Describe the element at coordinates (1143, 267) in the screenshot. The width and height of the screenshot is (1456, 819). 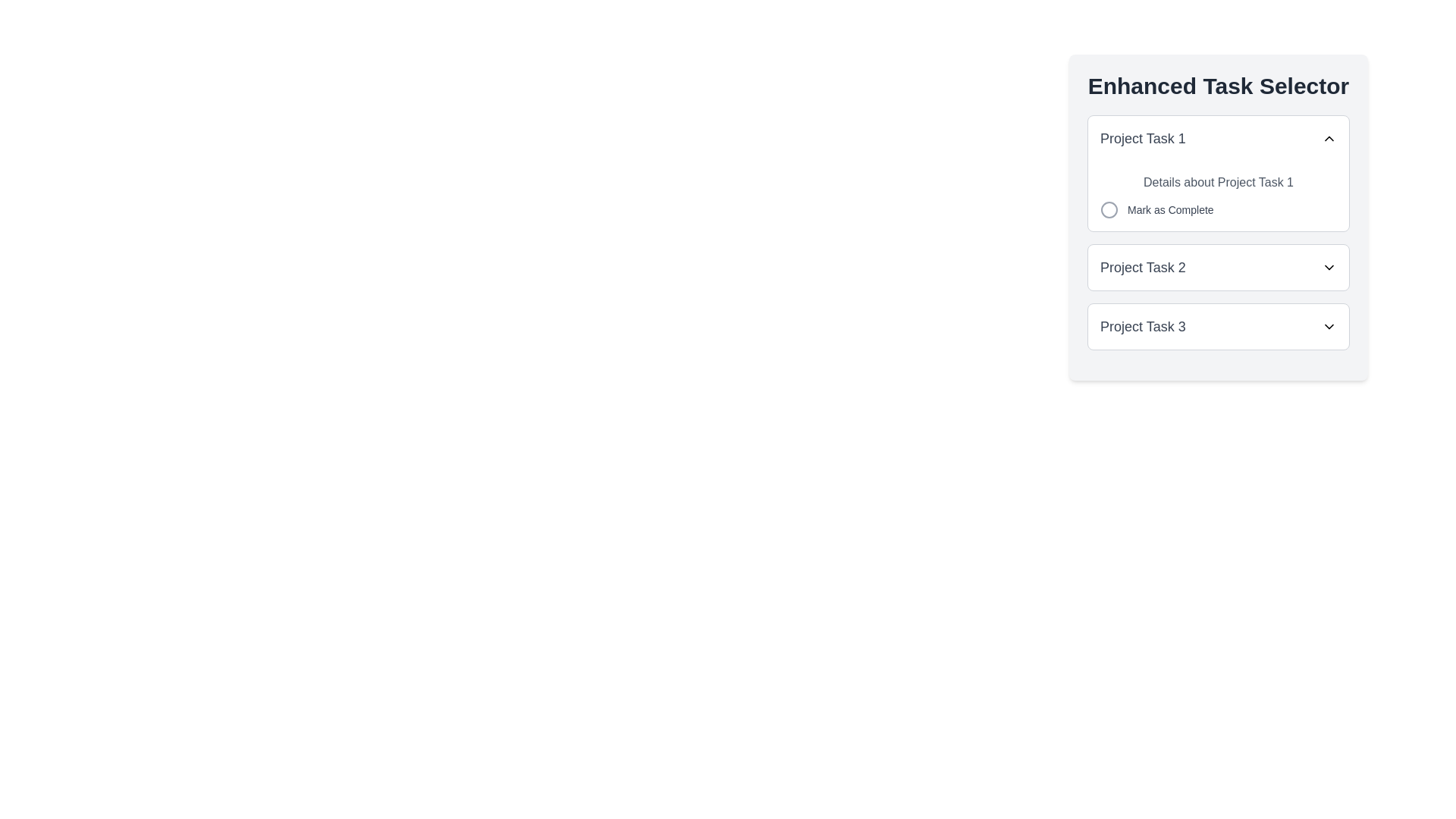
I see `the text label 'Project Task 2'` at that location.